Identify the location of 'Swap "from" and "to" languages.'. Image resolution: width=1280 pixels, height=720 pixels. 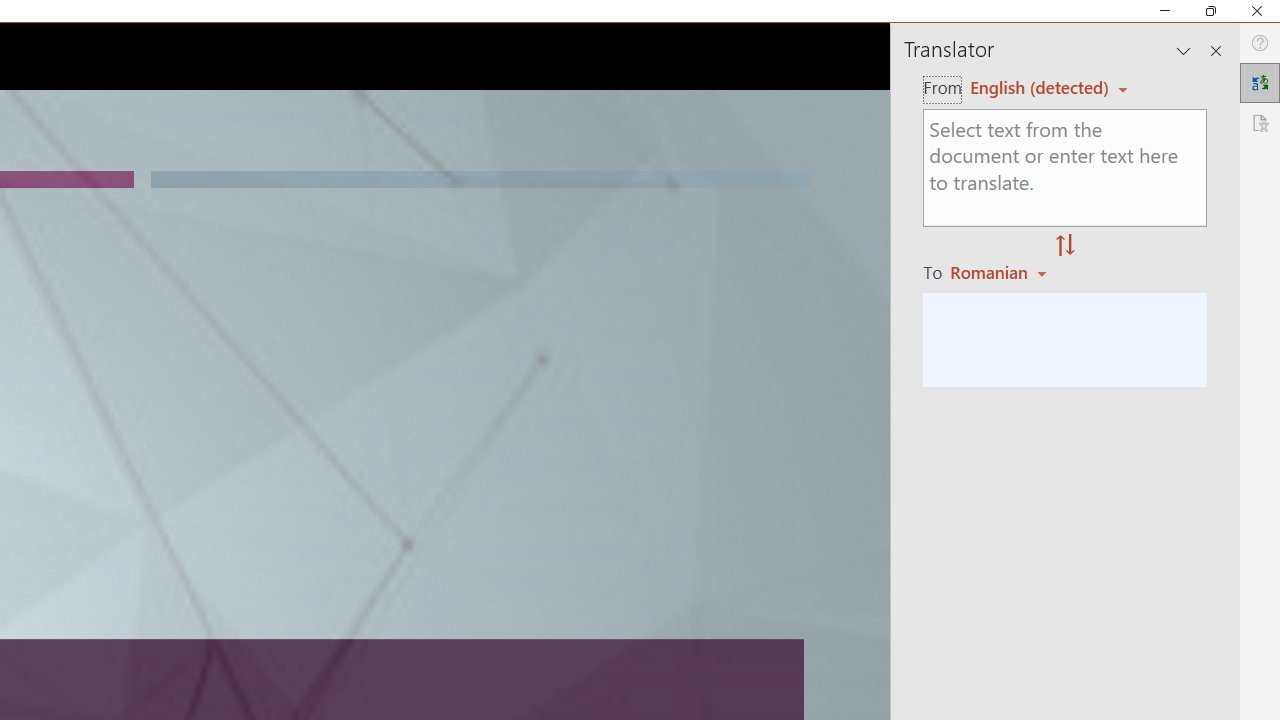
(1064, 244).